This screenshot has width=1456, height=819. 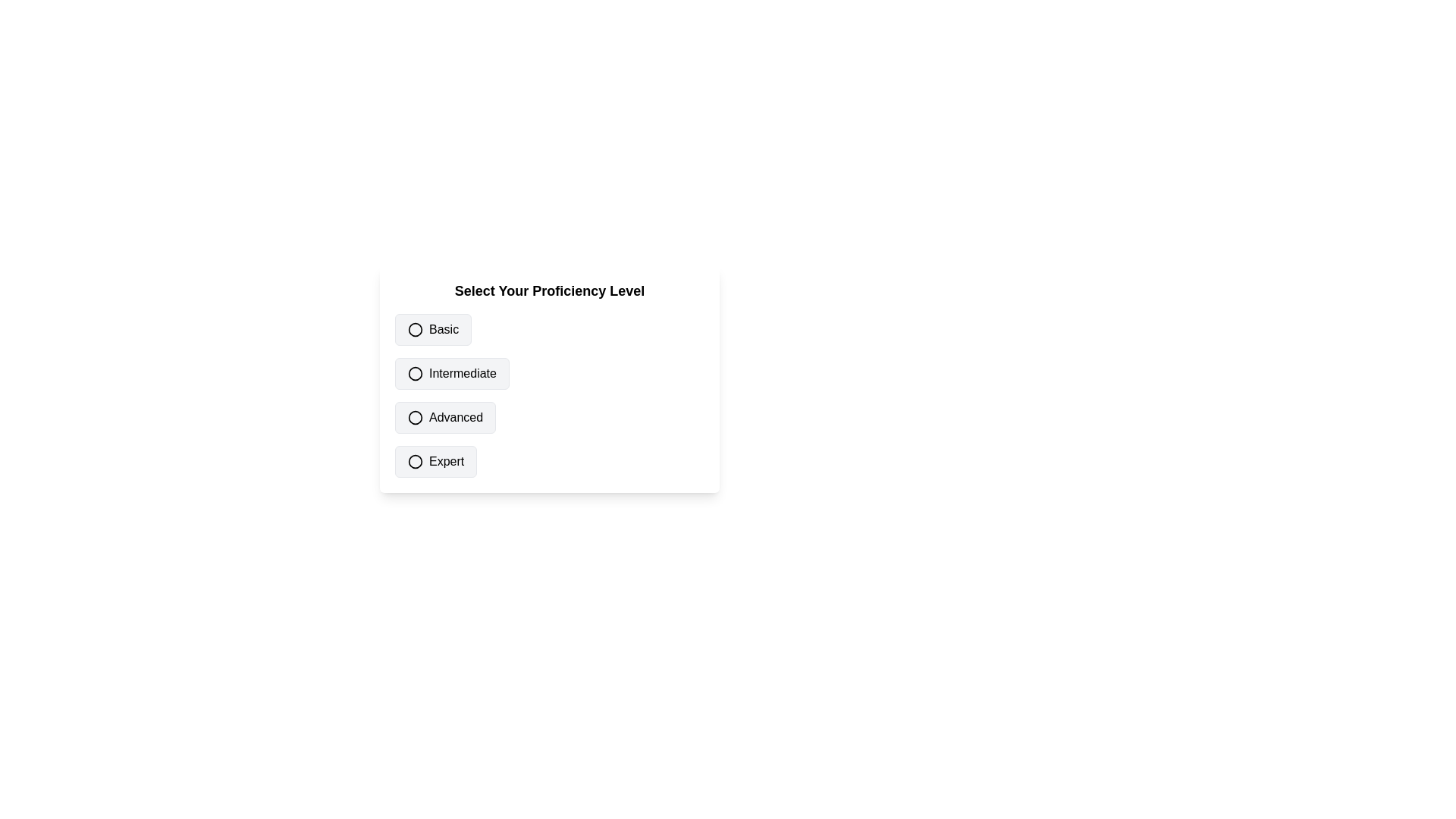 I want to click on the 'Expert' proficiency level button, which is a button-like interactive element with an embedded radio button located in the bottom-most position of the group in the card layout titled 'Select Your Proficiency Level', so click(x=435, y=461).